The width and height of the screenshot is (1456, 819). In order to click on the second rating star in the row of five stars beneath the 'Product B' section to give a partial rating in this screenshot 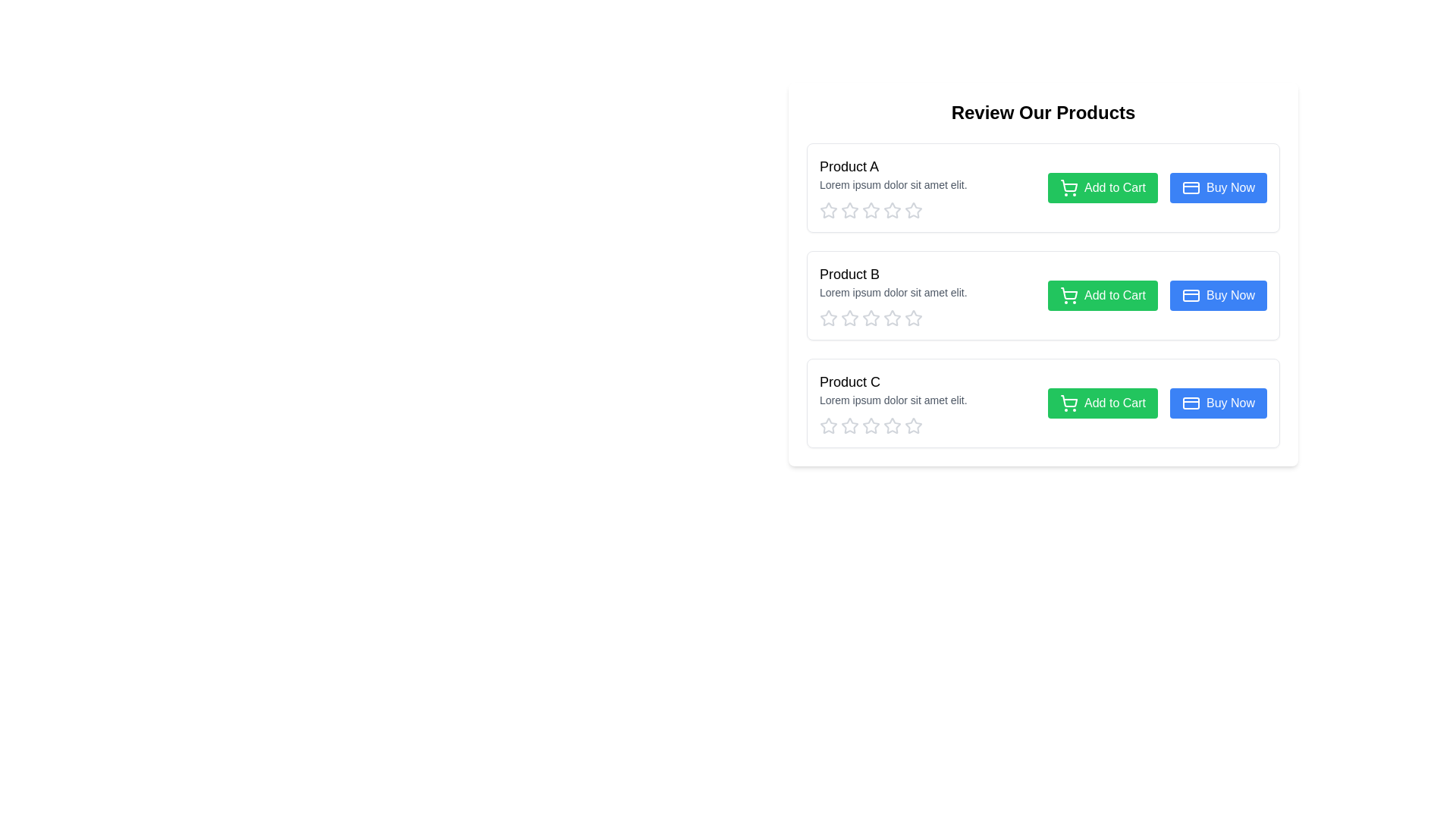, I will do `click(848, 317)`.